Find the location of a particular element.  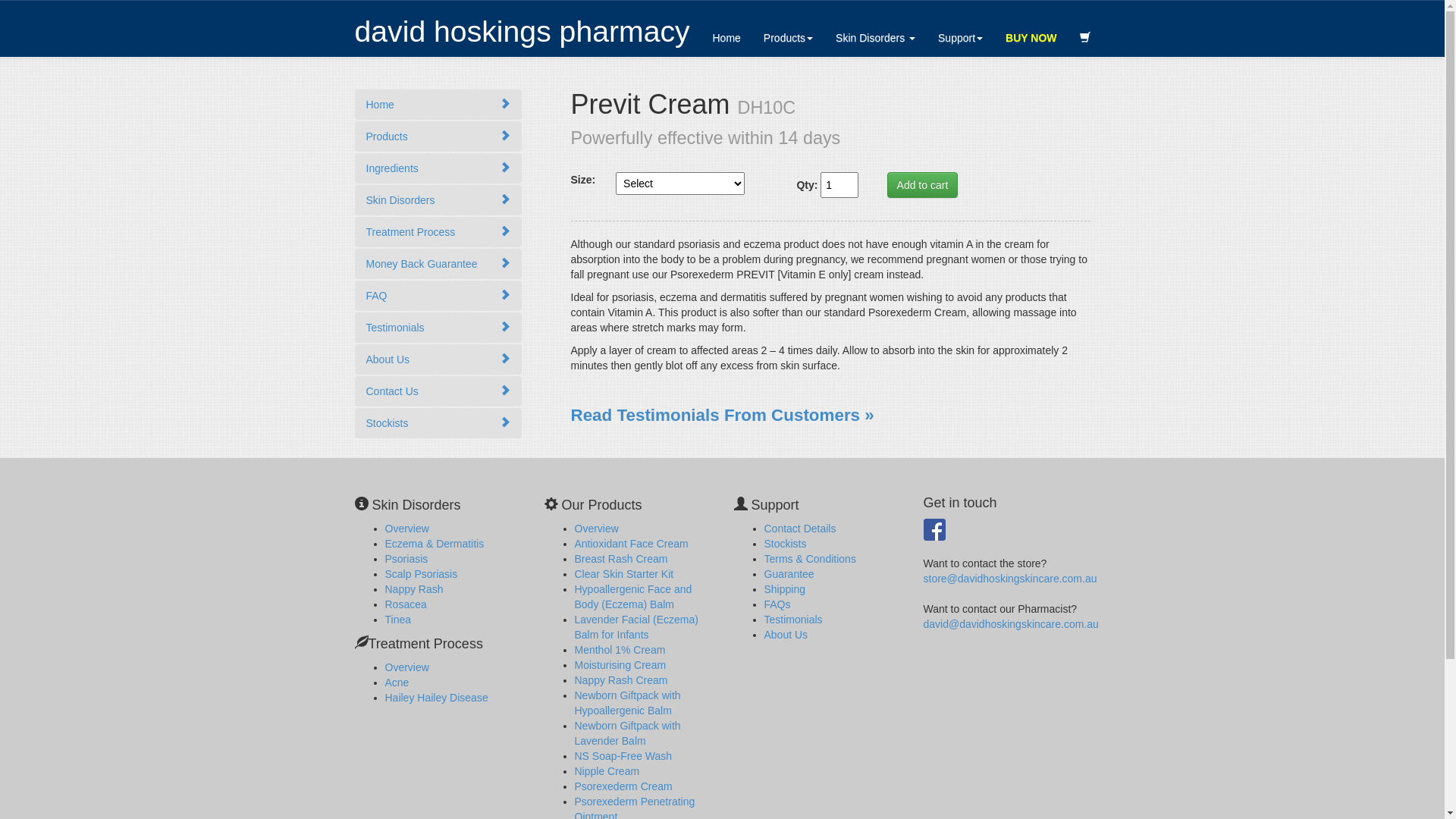

'Moisturising Cream' is located at coordinates (620, 664).